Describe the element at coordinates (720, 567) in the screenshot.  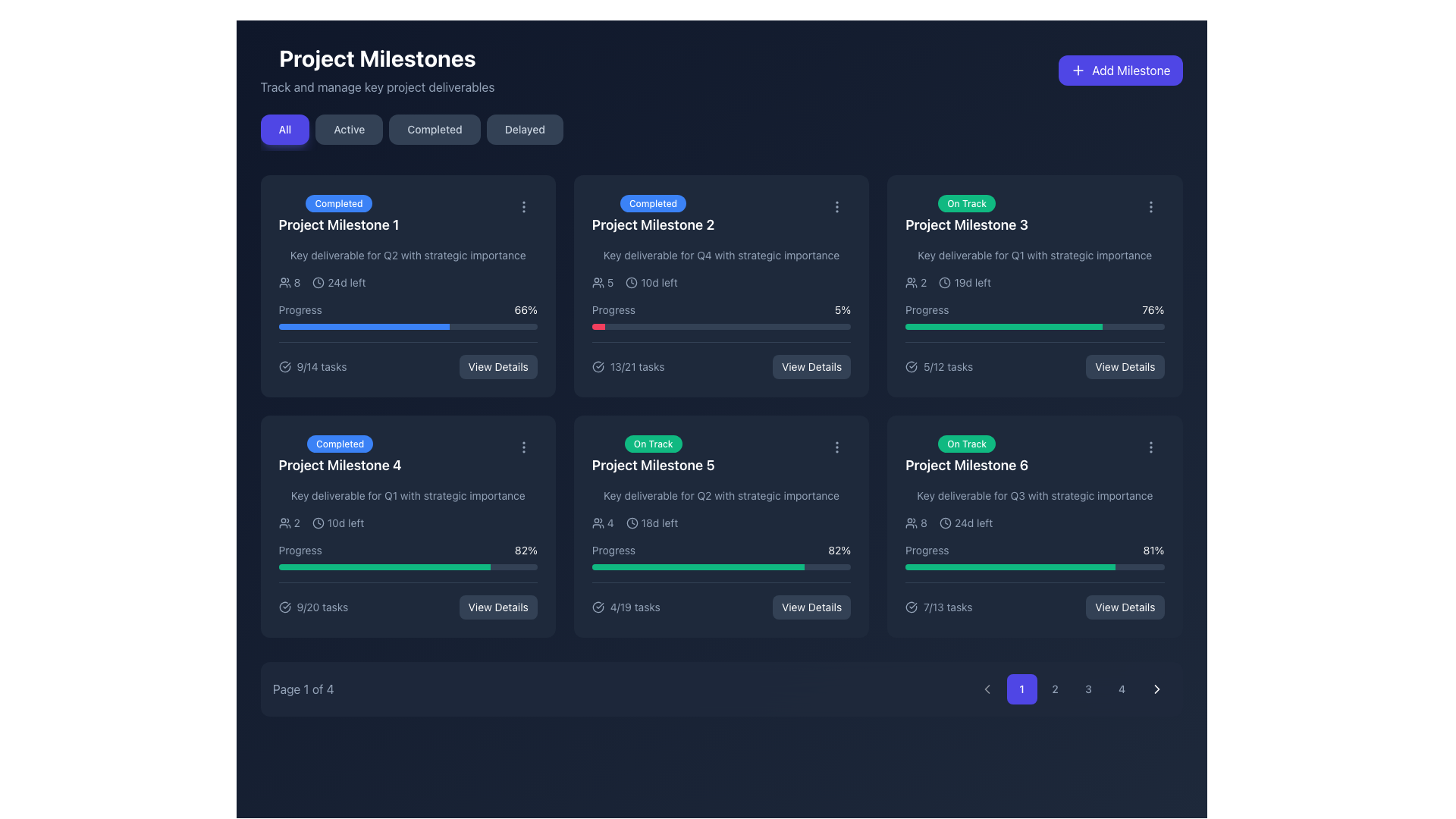
I see `the progress bar located within the 'Project Milestone 5' card, below the 'Progress' text and '82%', in the bottom left quadrant of the third row of the dashboard grid layout` at that location.